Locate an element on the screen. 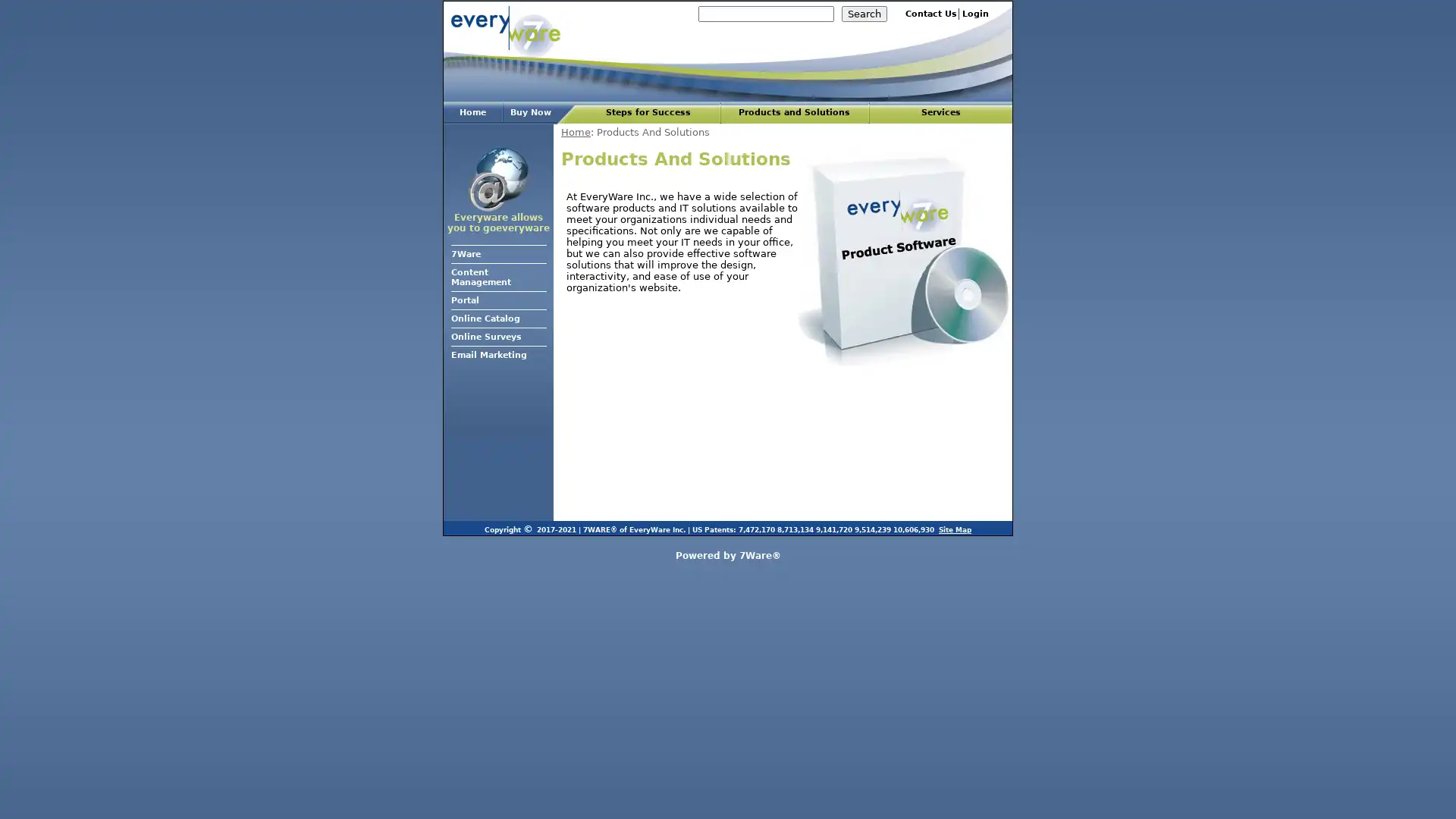 The width and height of the screenshot is (1456, 819). Search is located at coordinates (864, 14).